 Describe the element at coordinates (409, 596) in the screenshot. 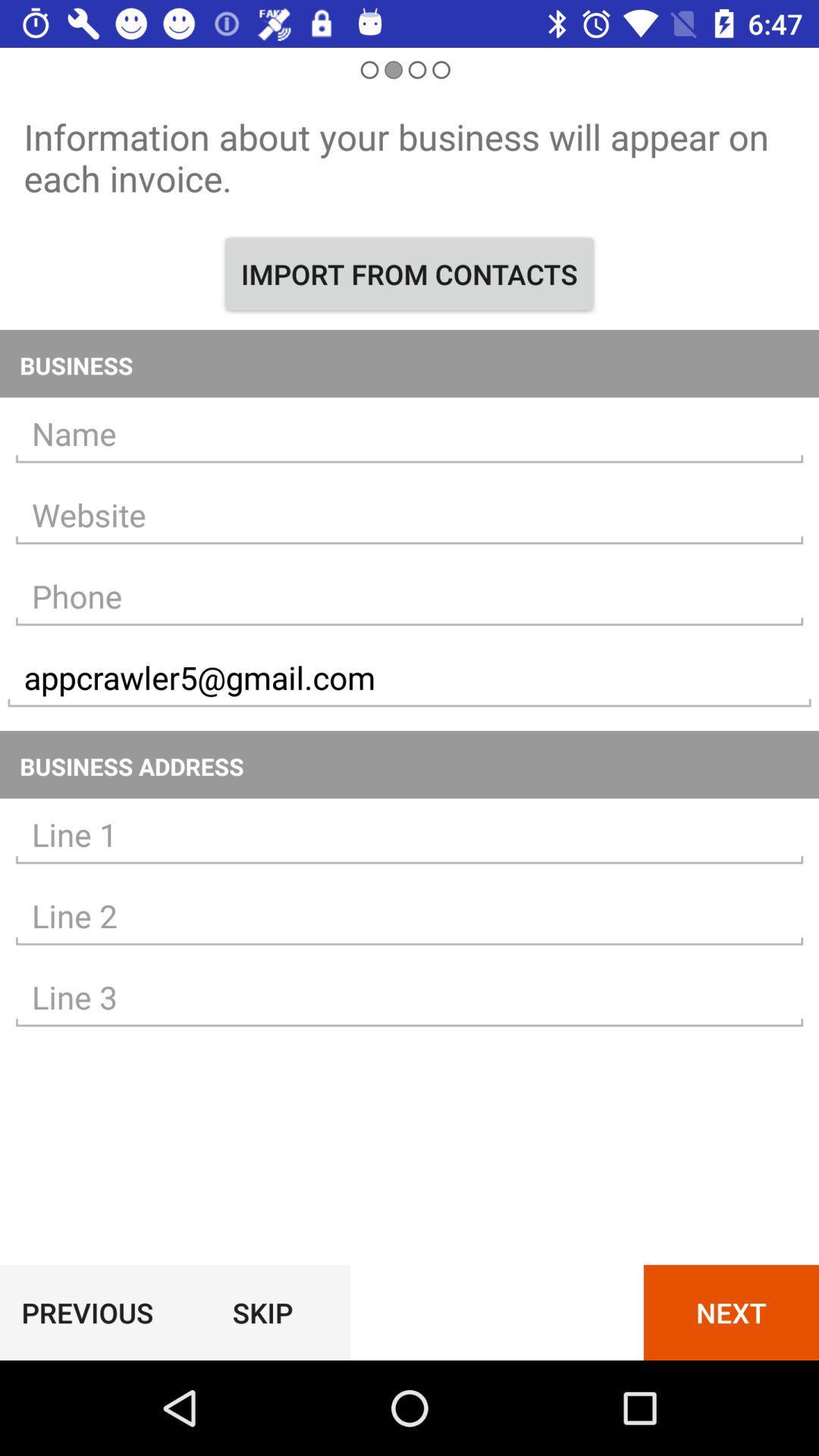

I see `this label phone no option` at that location.